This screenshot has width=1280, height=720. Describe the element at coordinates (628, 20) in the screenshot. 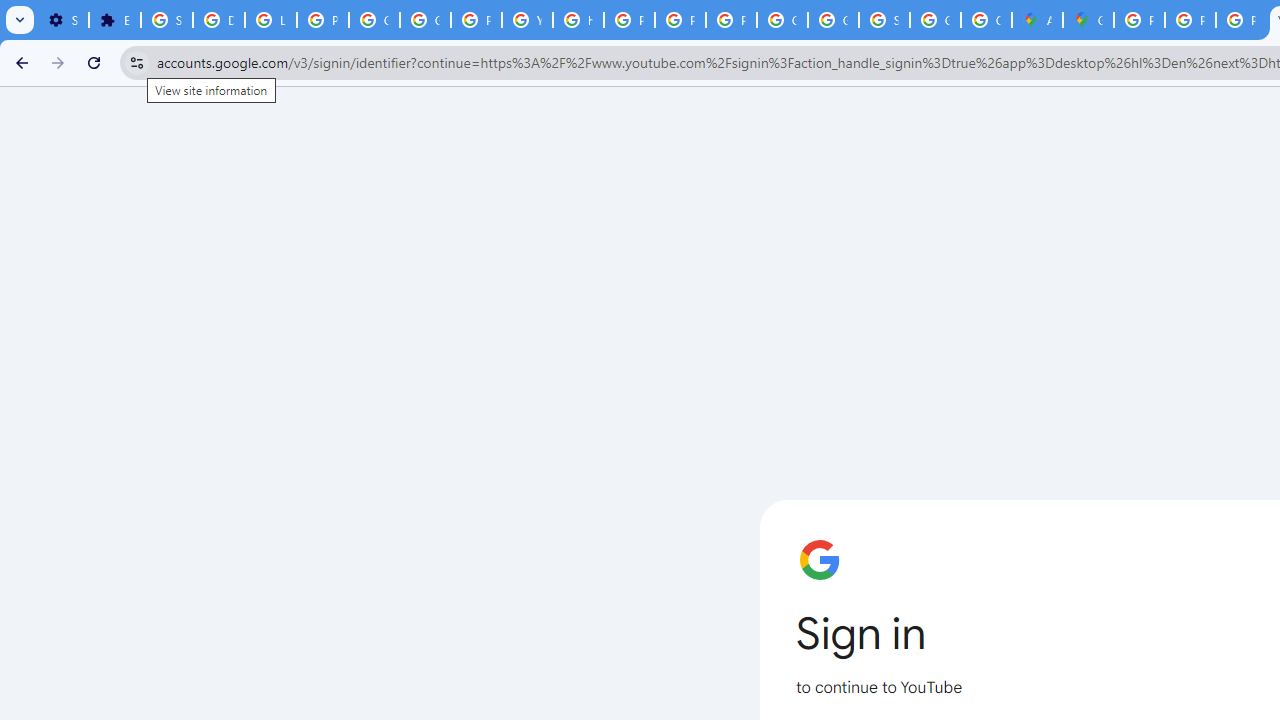

I see `'Privacy Help Center - Policies Help'` at that location.